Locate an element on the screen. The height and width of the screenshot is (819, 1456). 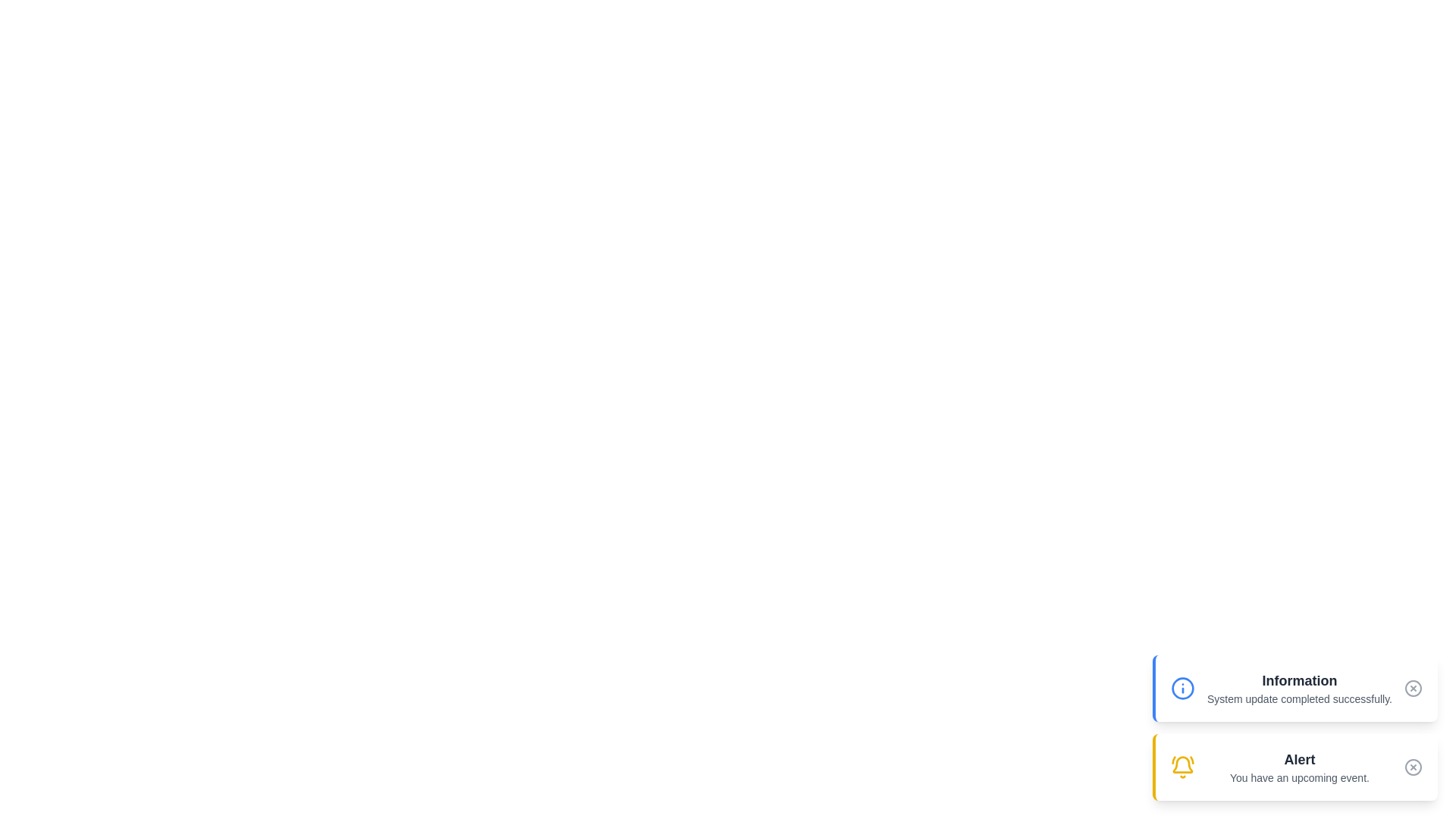
close button on the notification with Information is located at coordinates (1412, 688).